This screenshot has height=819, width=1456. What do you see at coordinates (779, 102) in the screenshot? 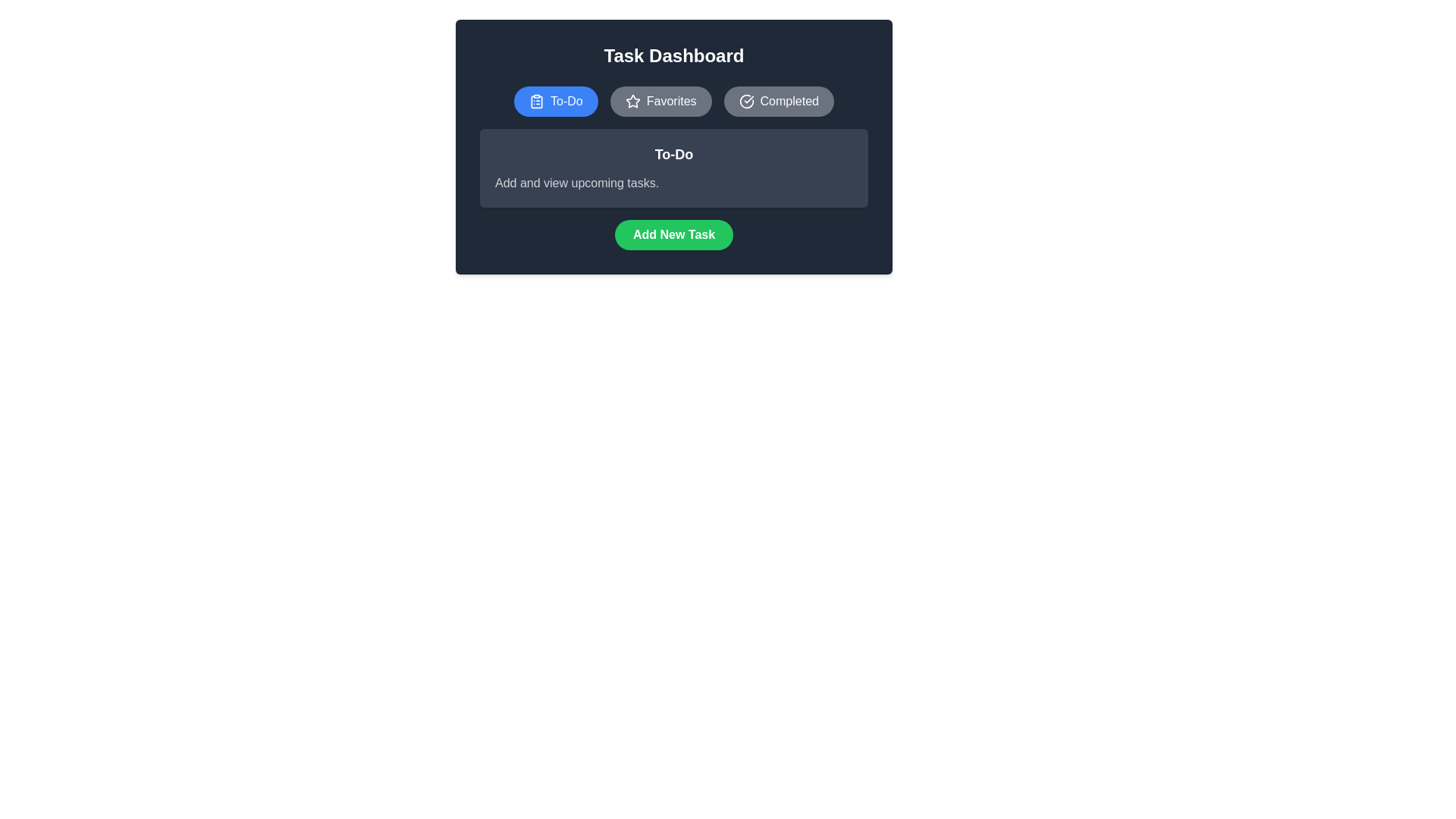
I see `the Completed tab by clicking on the corresponding button` at bounding box center [779, 102].